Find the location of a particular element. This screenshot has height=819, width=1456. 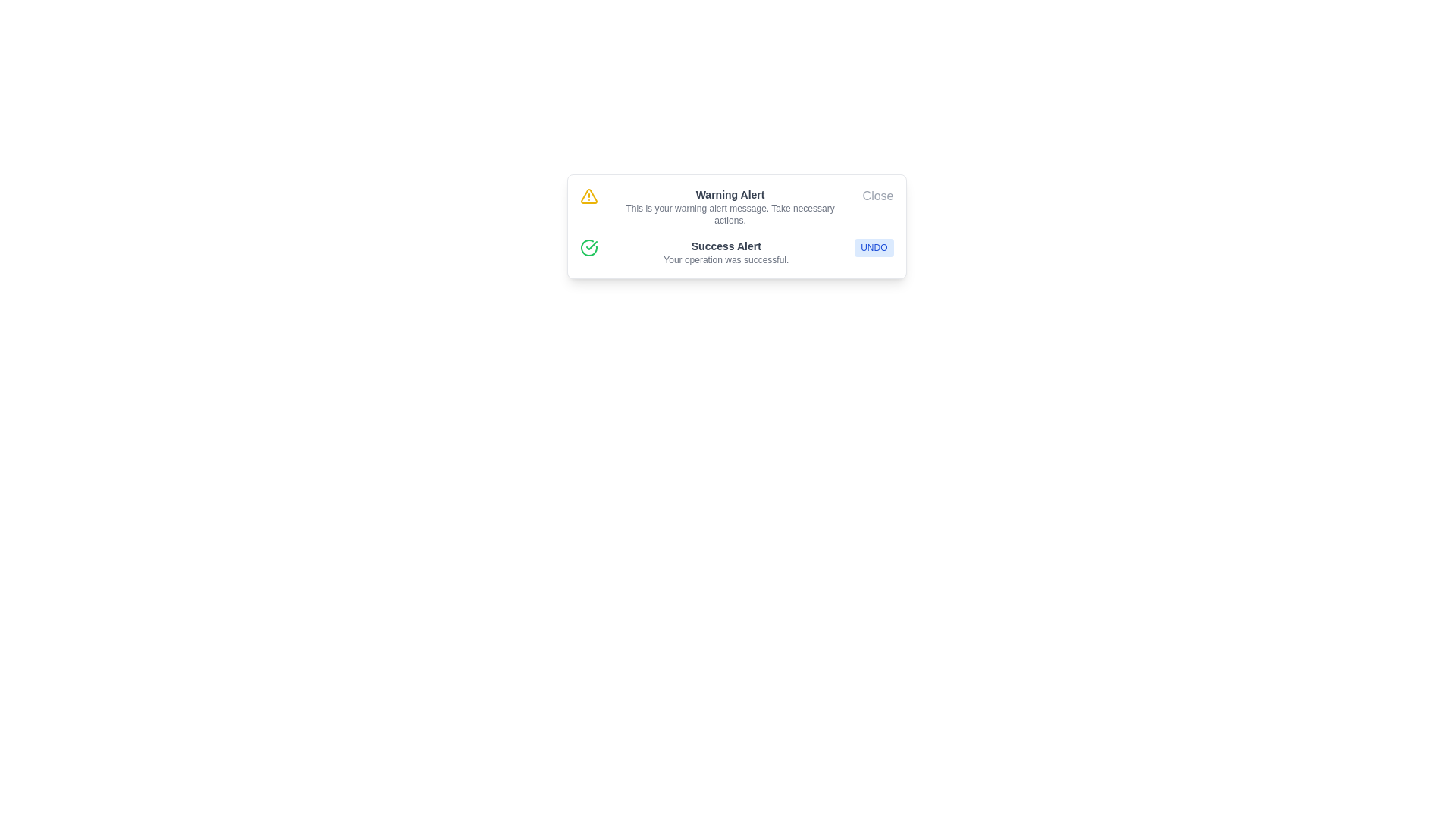

the warning icon located in the alert section, which conveys a cautionary message to the user is located at coordinates (588, 195).